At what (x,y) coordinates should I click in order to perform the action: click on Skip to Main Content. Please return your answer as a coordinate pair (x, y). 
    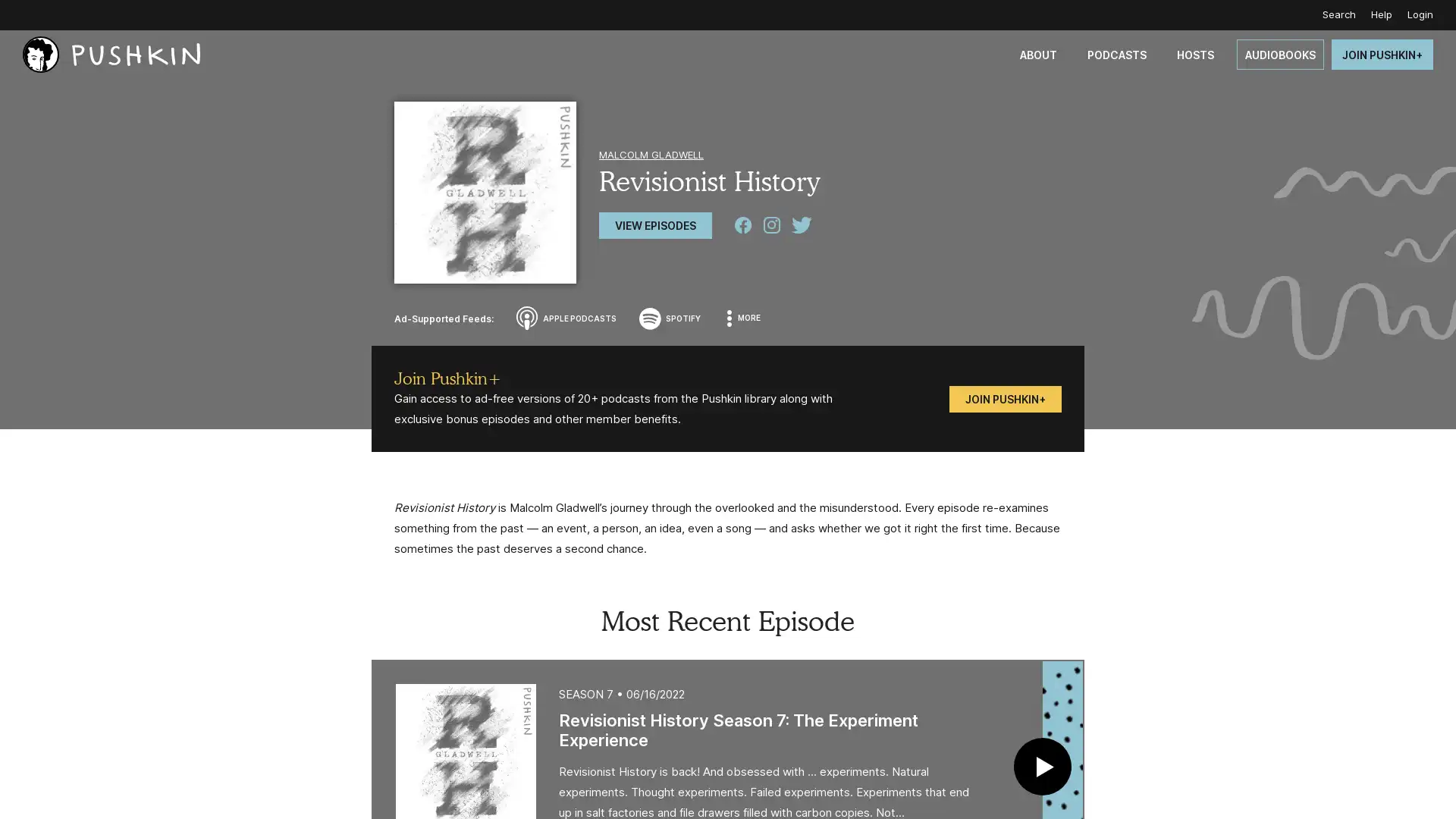
    Looking at the image, I should click on (15, 15).